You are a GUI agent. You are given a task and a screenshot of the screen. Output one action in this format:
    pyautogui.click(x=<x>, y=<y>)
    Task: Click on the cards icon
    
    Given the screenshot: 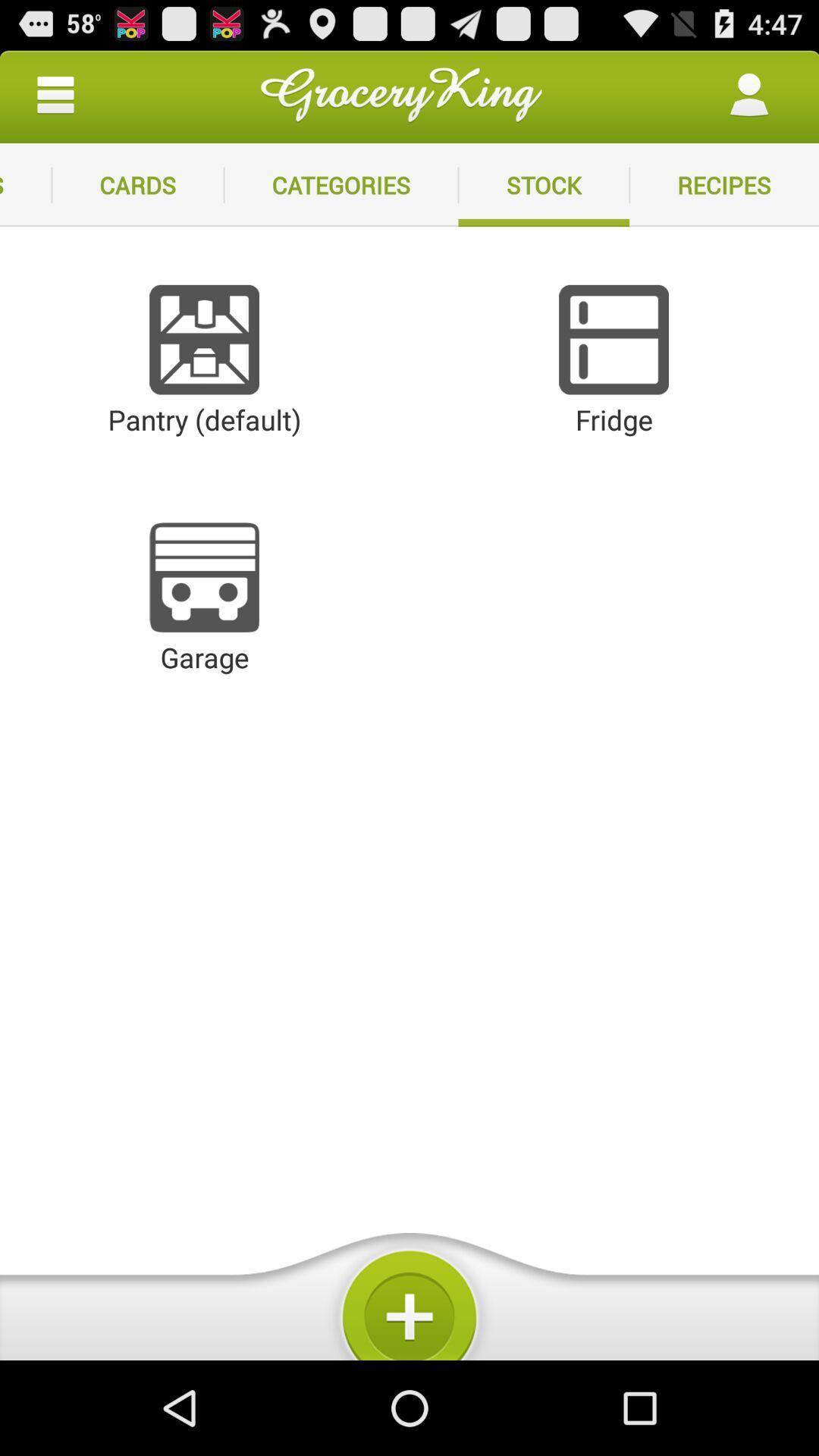 What is the action you would take?
    pyautogui.click(x=137, y=184)
    